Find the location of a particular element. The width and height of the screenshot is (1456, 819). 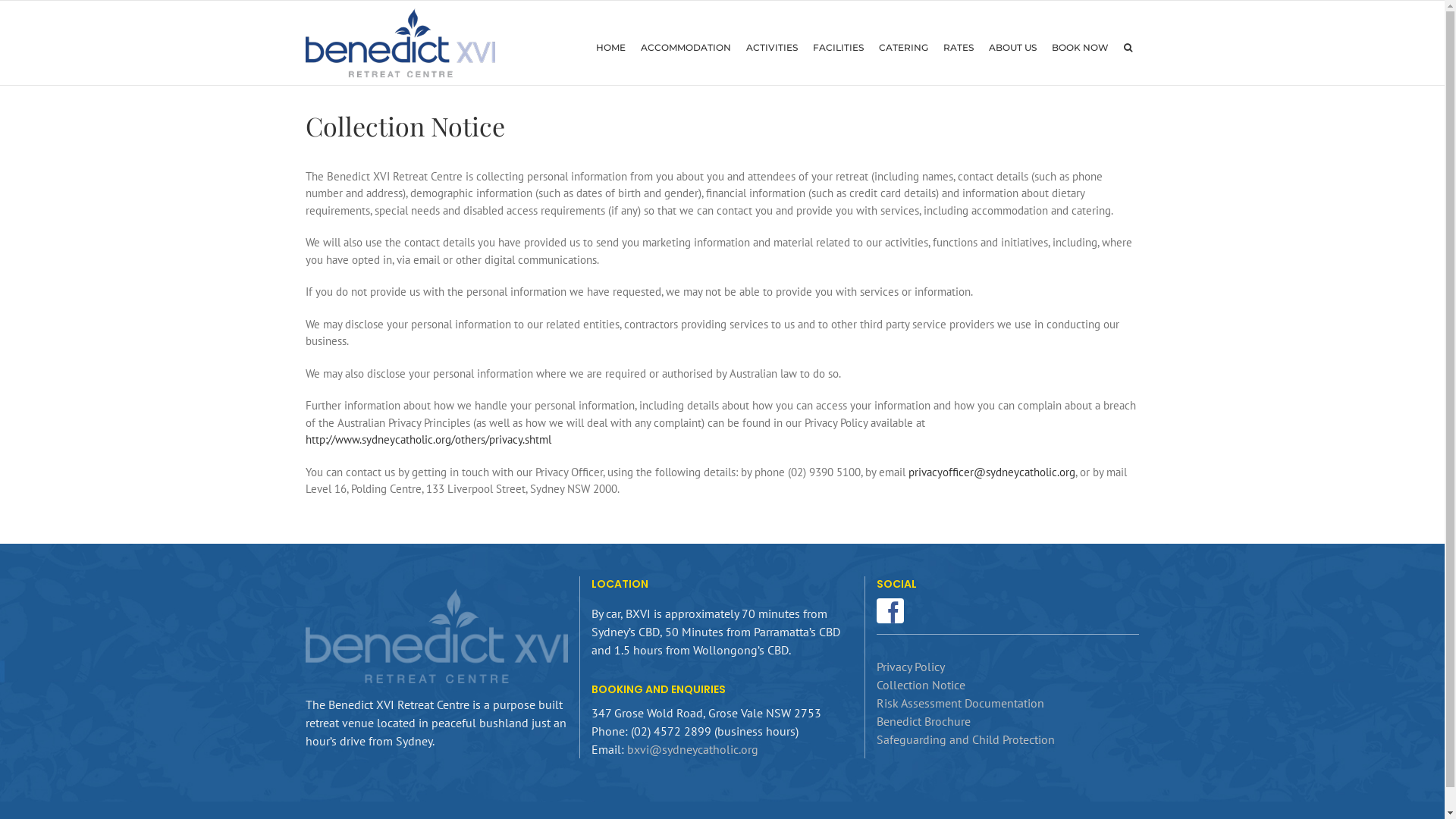

'ABOUT US' is located at coordinates (1012, 46).